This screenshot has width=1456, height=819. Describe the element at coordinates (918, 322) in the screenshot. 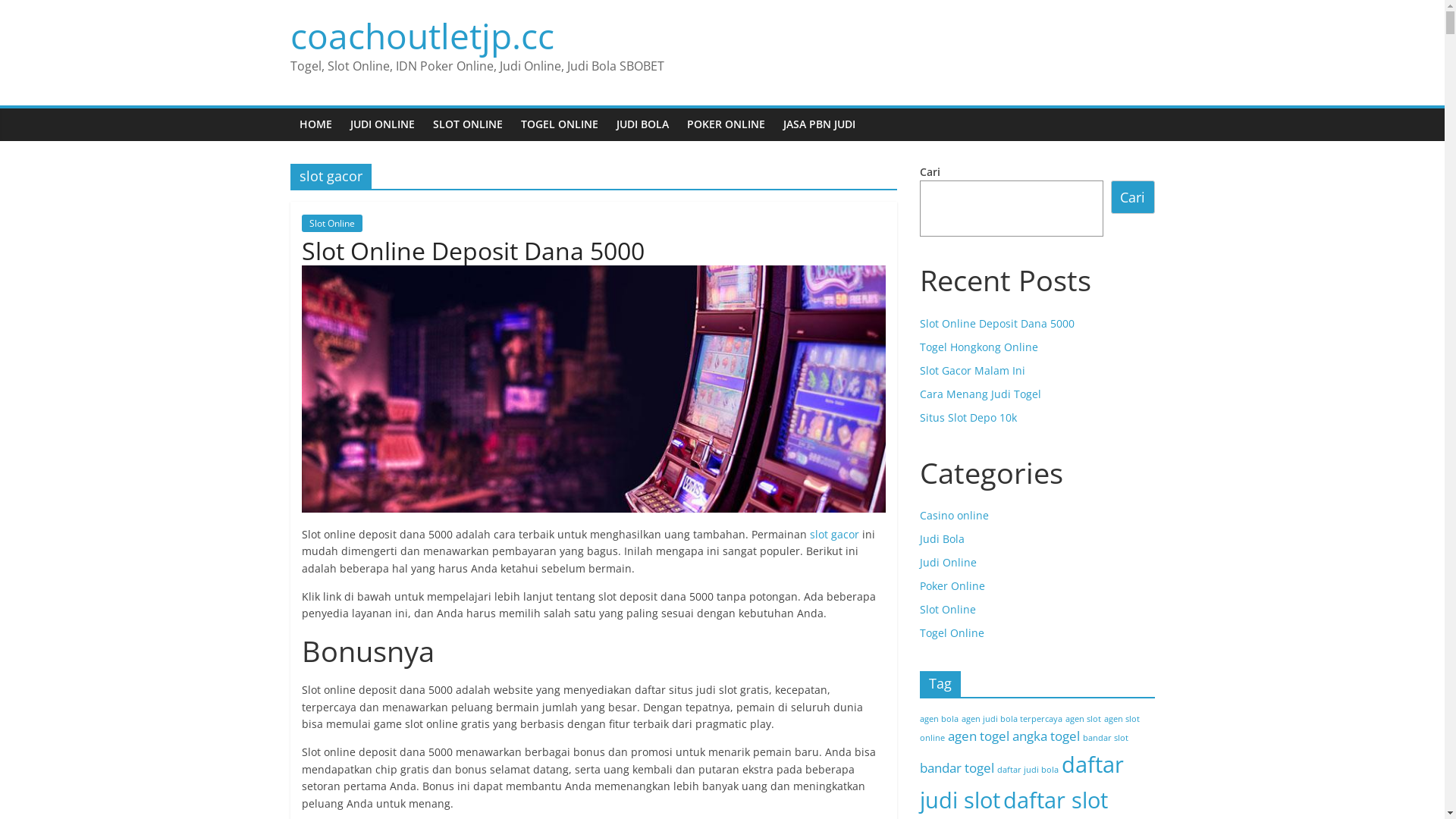

I see `'Slot Online Deposit Dana 5000'` at that location.